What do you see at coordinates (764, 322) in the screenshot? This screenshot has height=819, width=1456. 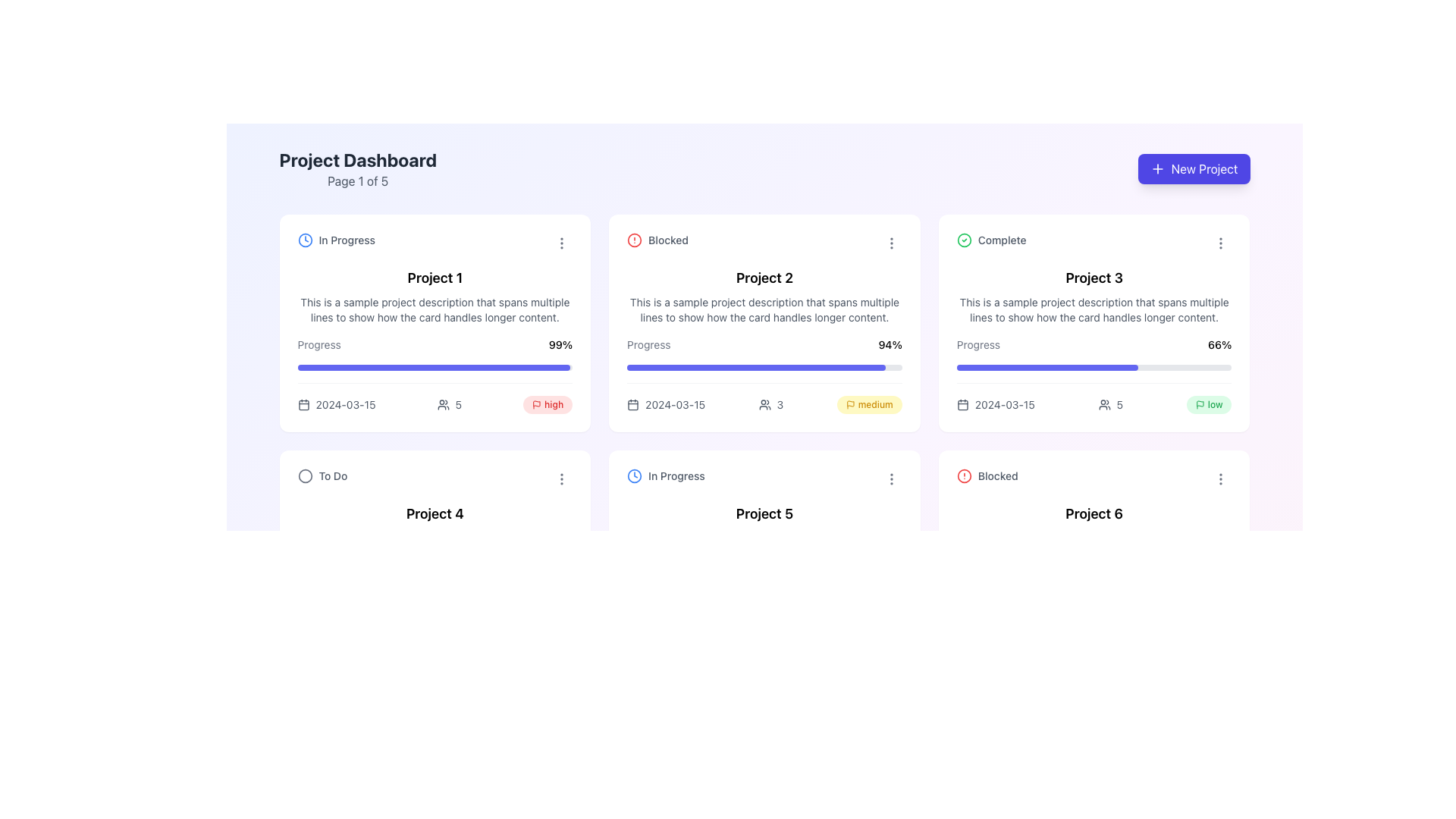 I see `the 'Project 2' card component` at bounding box center [764, 322].